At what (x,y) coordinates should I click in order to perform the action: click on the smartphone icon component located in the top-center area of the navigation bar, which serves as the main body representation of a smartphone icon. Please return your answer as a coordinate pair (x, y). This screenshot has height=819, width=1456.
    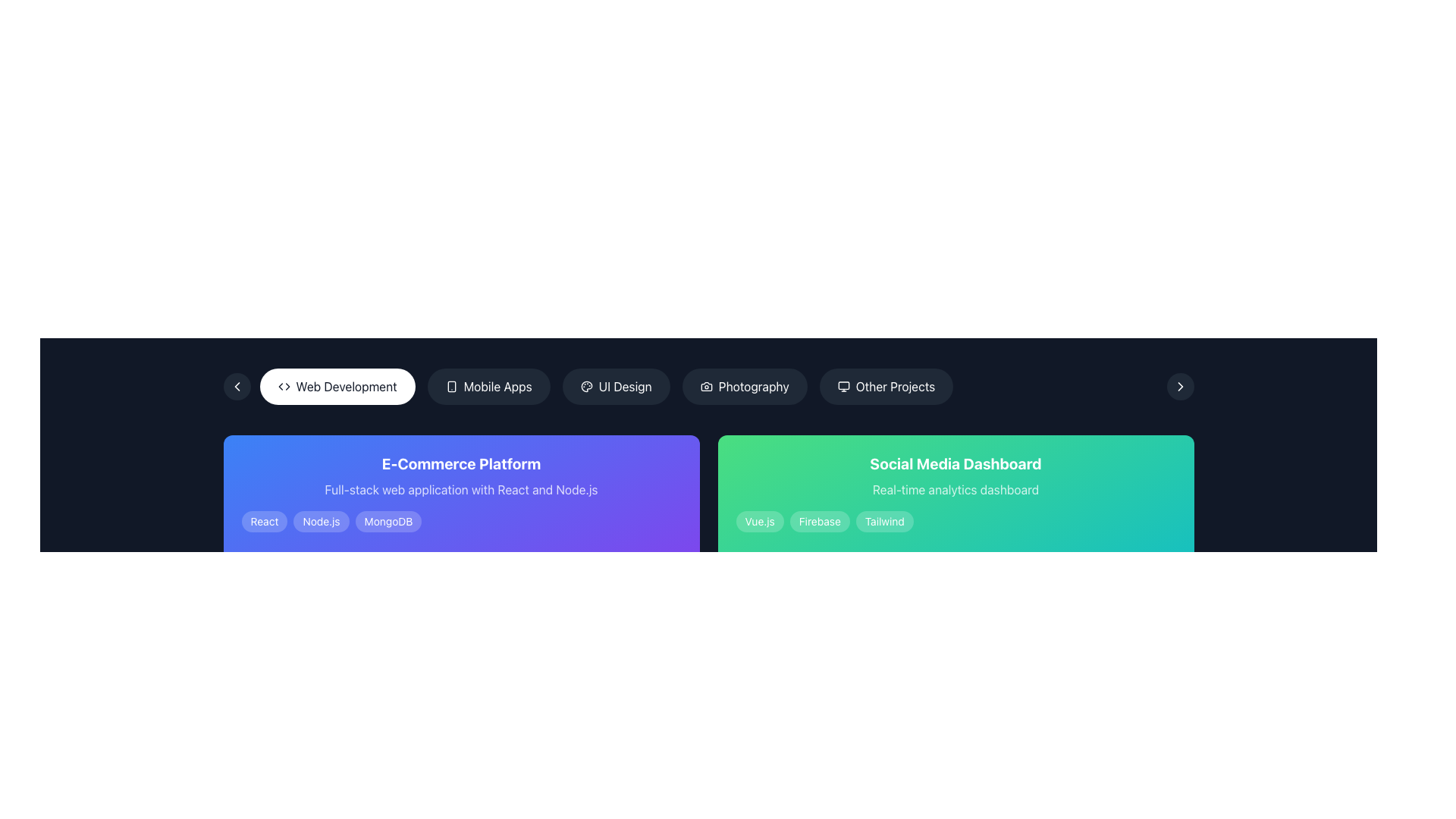
    Looking at the image, I should click on (450, 385).